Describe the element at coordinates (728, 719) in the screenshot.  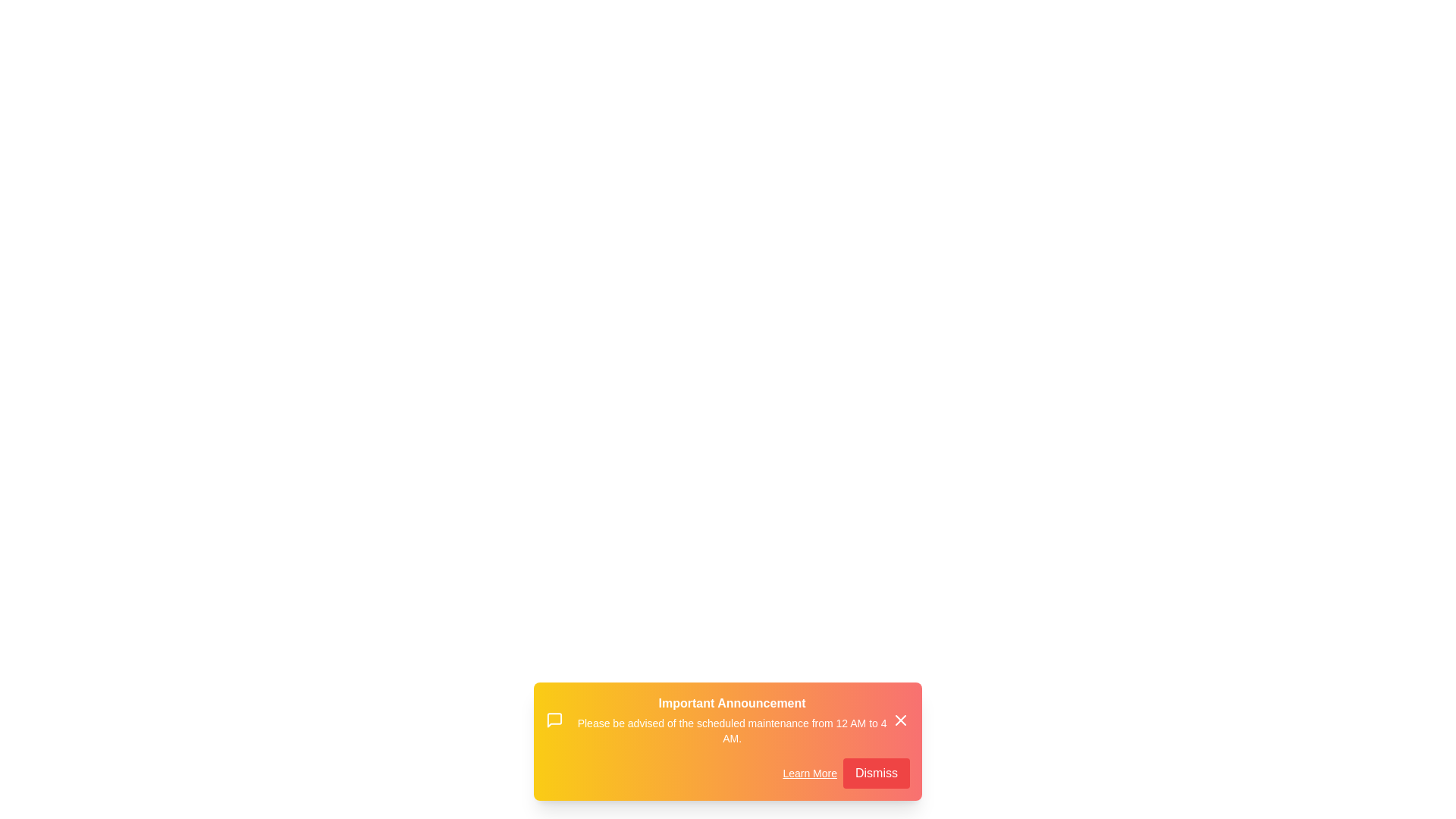
I see `notification displayed on the Notification Banner, which features a bold title 'Important Announcement' and informative text about scheduled maintenance` at that location.